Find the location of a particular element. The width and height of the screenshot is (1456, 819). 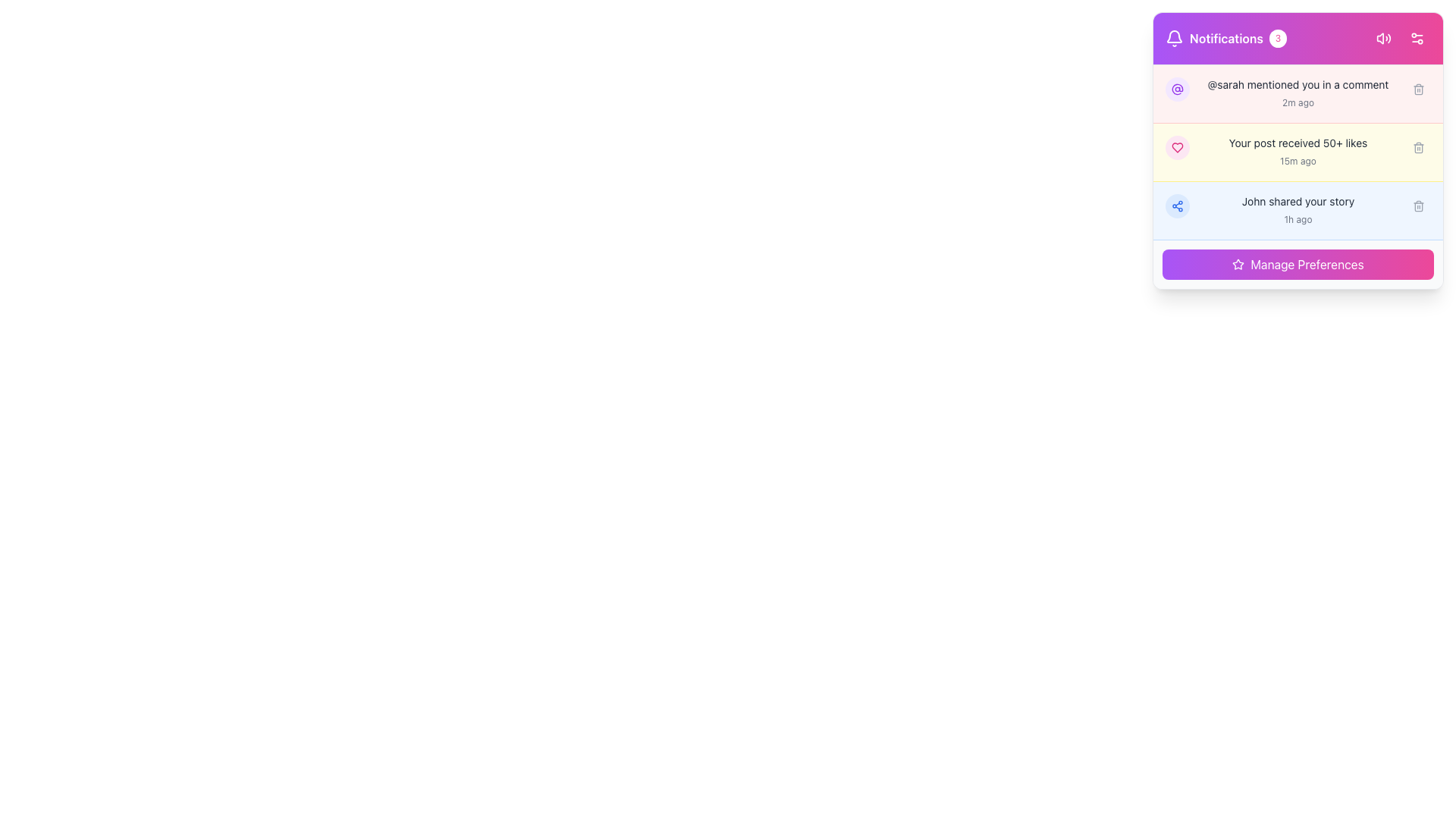

the first notification entry in the notifications panel that provides details about a recent mention in a comment is located at coordinates (1298, 93).